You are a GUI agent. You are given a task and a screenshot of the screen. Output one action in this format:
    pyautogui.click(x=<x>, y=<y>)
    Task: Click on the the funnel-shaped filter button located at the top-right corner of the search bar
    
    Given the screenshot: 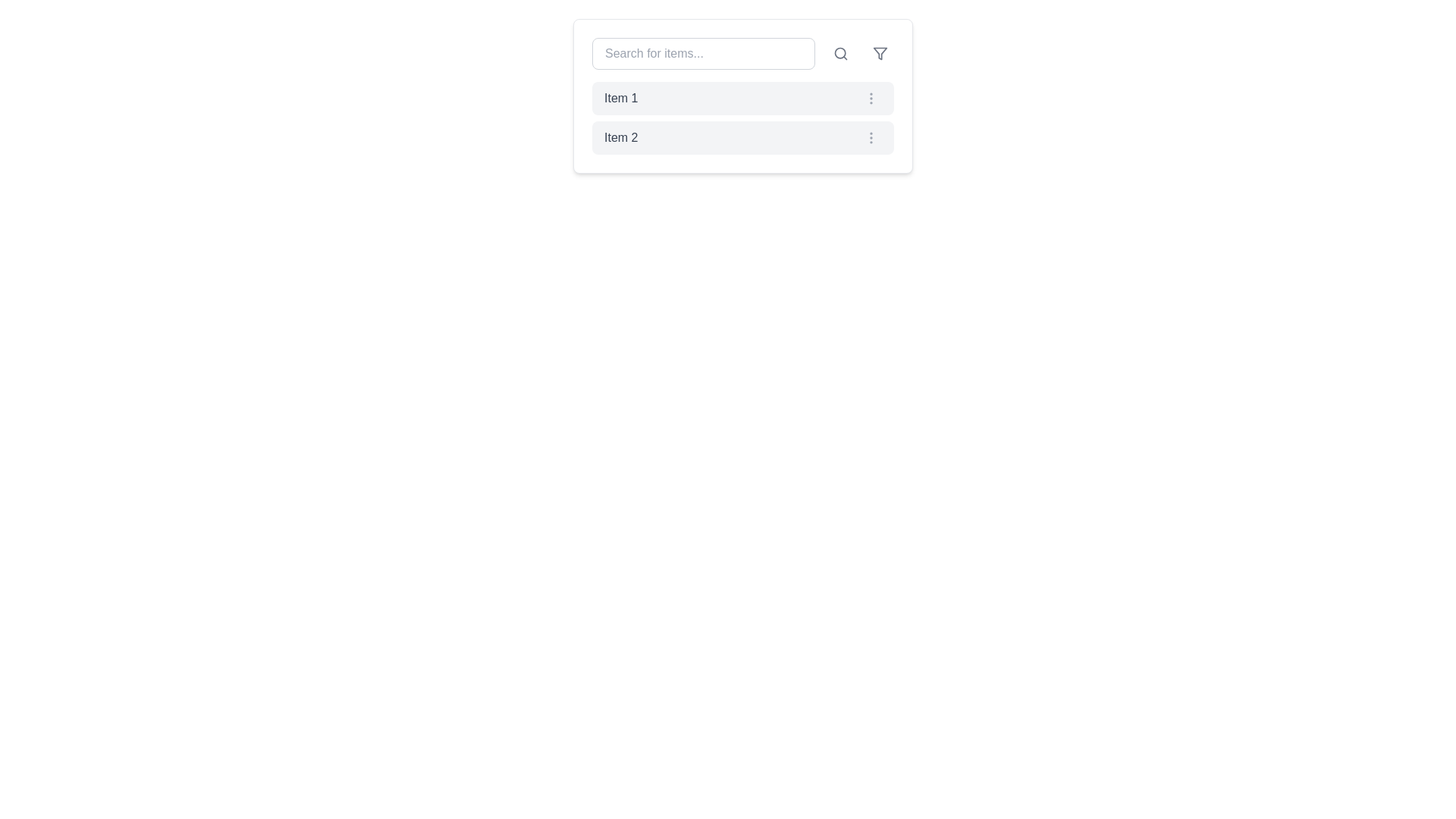 What is the action you would take?
    pyautogui.click(x=880, y=52)
    